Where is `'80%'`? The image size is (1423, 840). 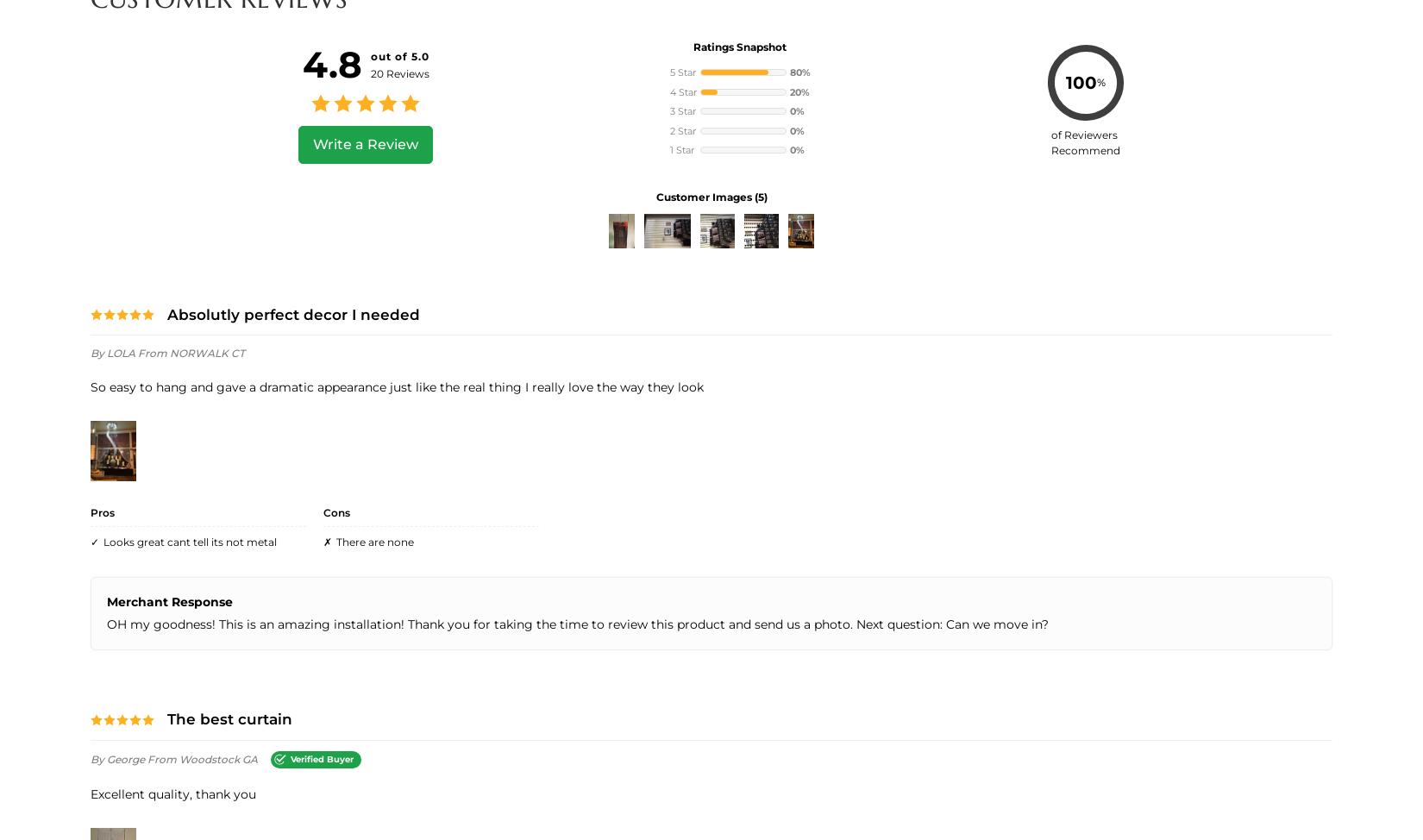 '80%' is located at coordinates (799, 71).